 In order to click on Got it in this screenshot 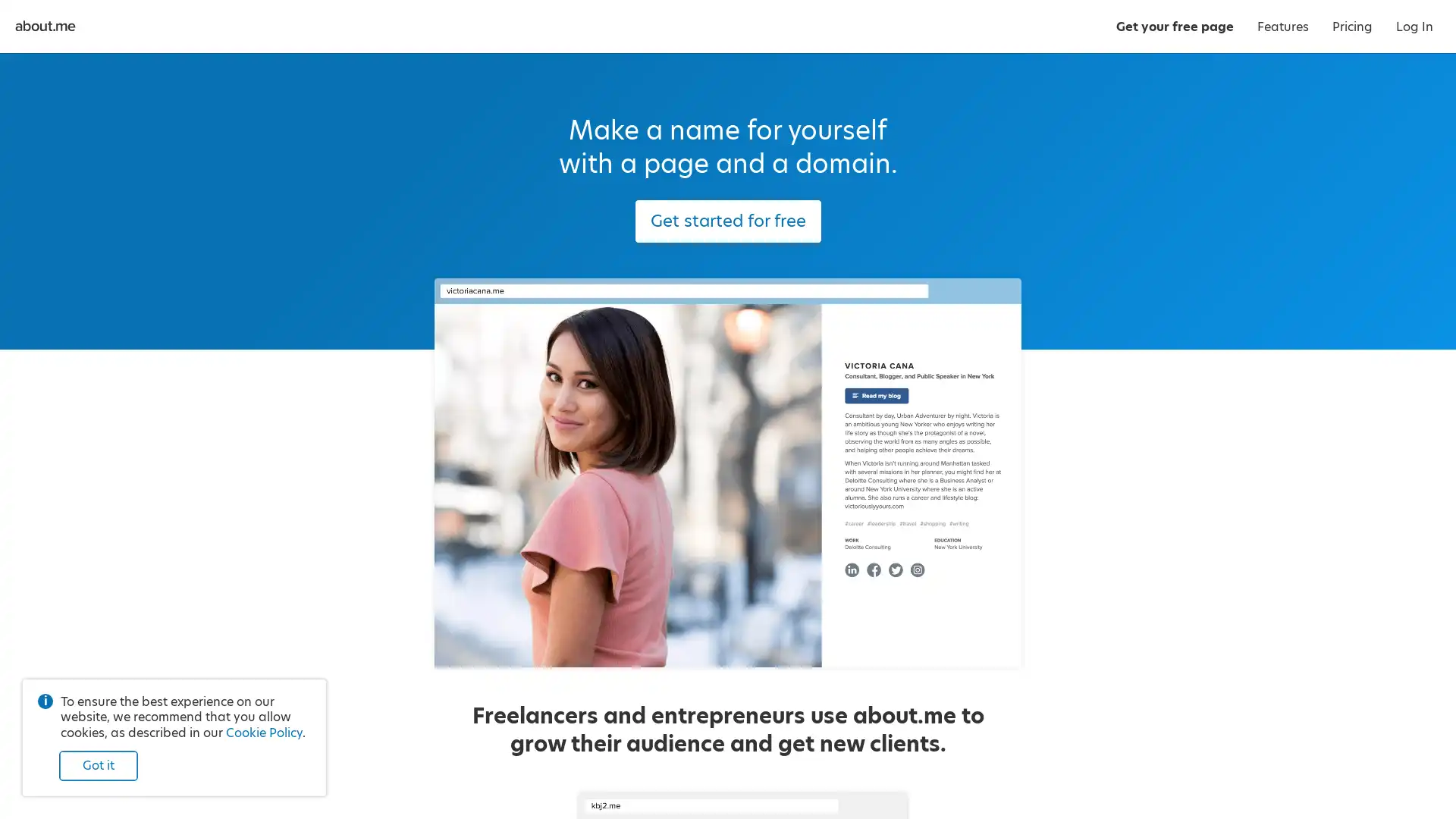, I will do `click(97, 766)`.